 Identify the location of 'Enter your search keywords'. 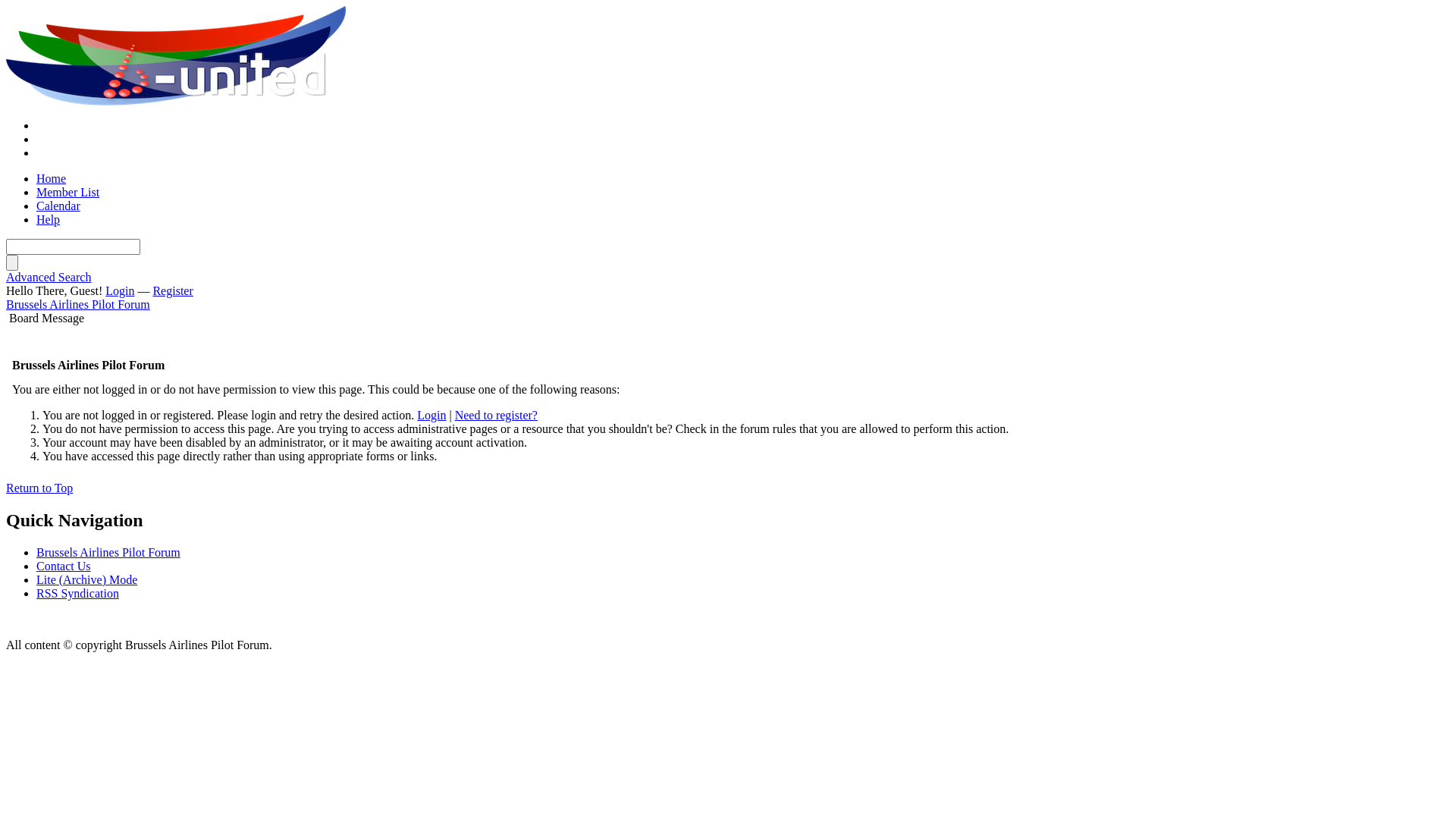
(72, 246).